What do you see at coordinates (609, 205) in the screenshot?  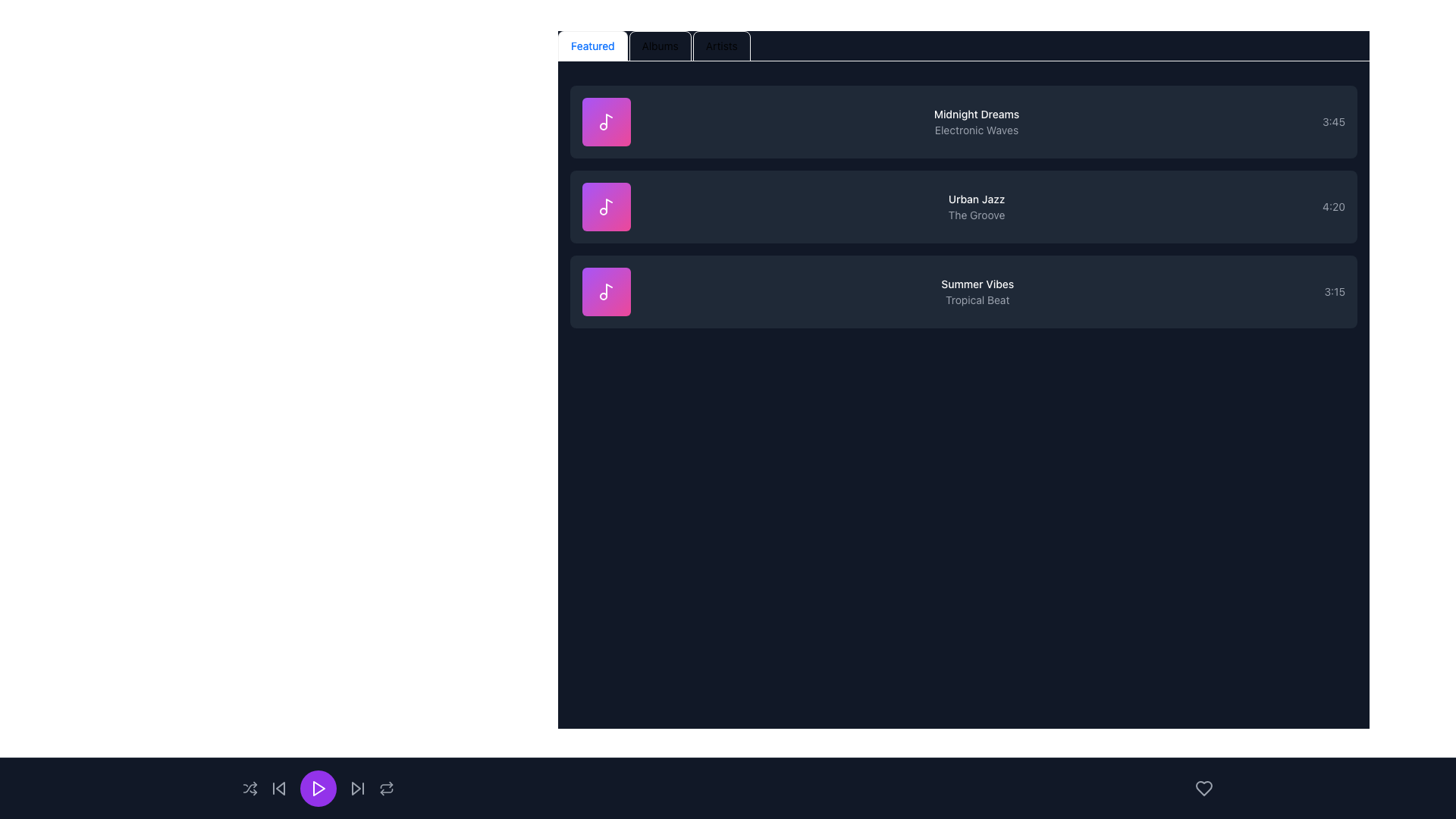 I see `the decorative graphic element resembling a note symbol, which is part of the icon adjacent to the 'Urban Jazz' entry in the music list` at bounding box center [609, 205].